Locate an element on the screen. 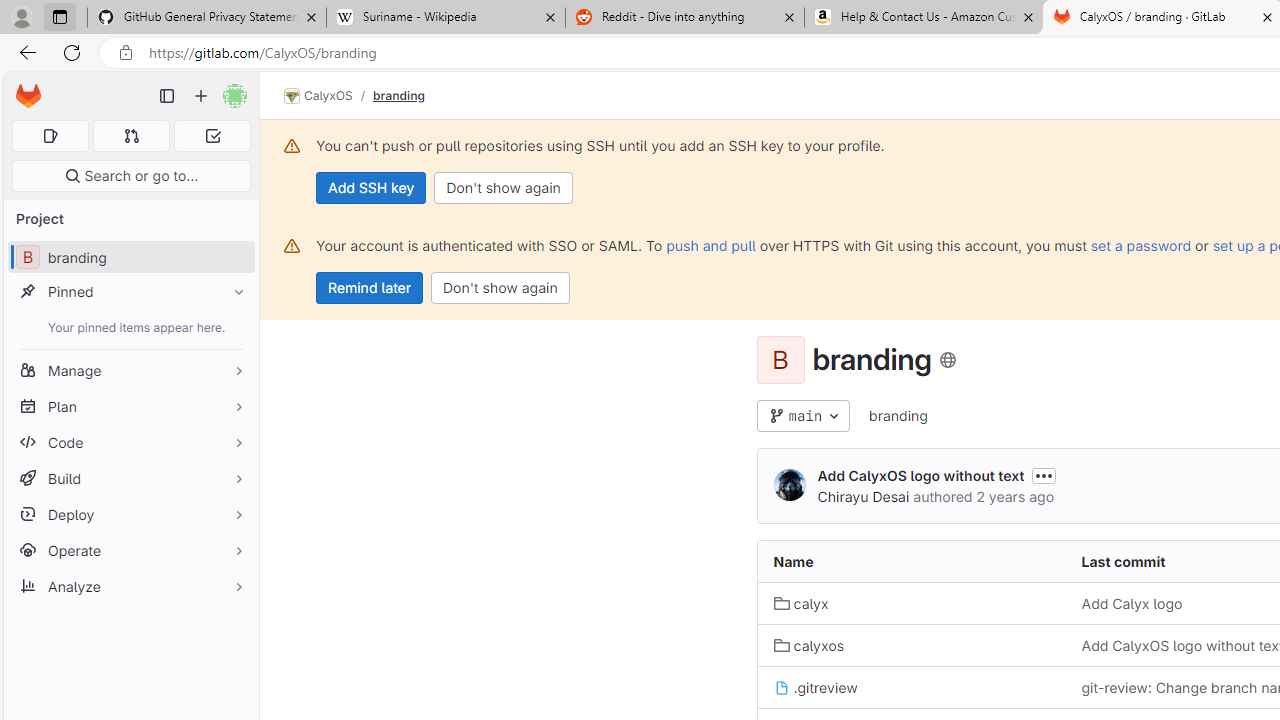 The width and height of the screenshot is (1280, 720). 'branding' is located at coordinates (897, 414).